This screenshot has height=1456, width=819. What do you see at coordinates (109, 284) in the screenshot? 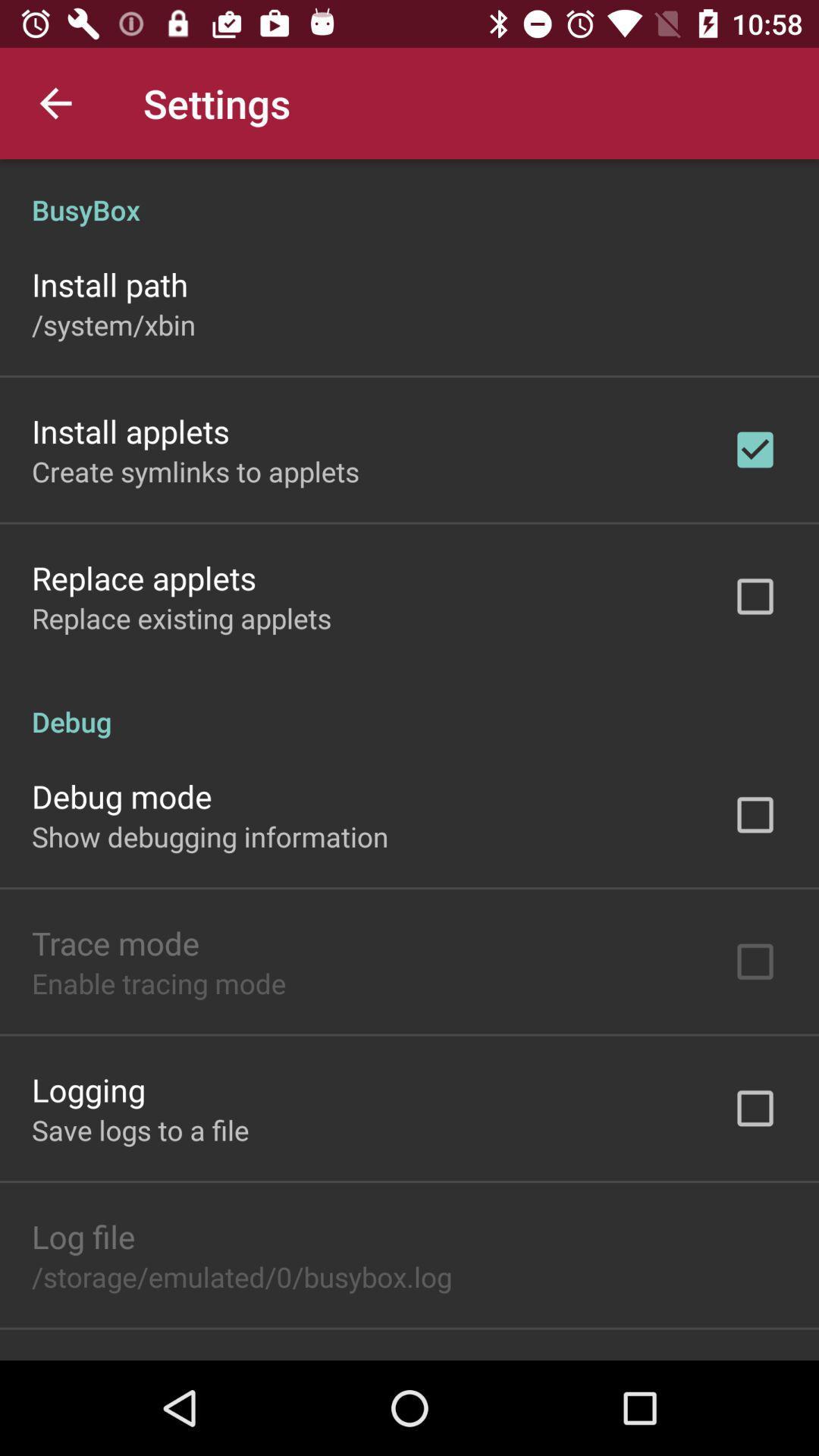
I see `the install path` at bounding box center [109, 284].